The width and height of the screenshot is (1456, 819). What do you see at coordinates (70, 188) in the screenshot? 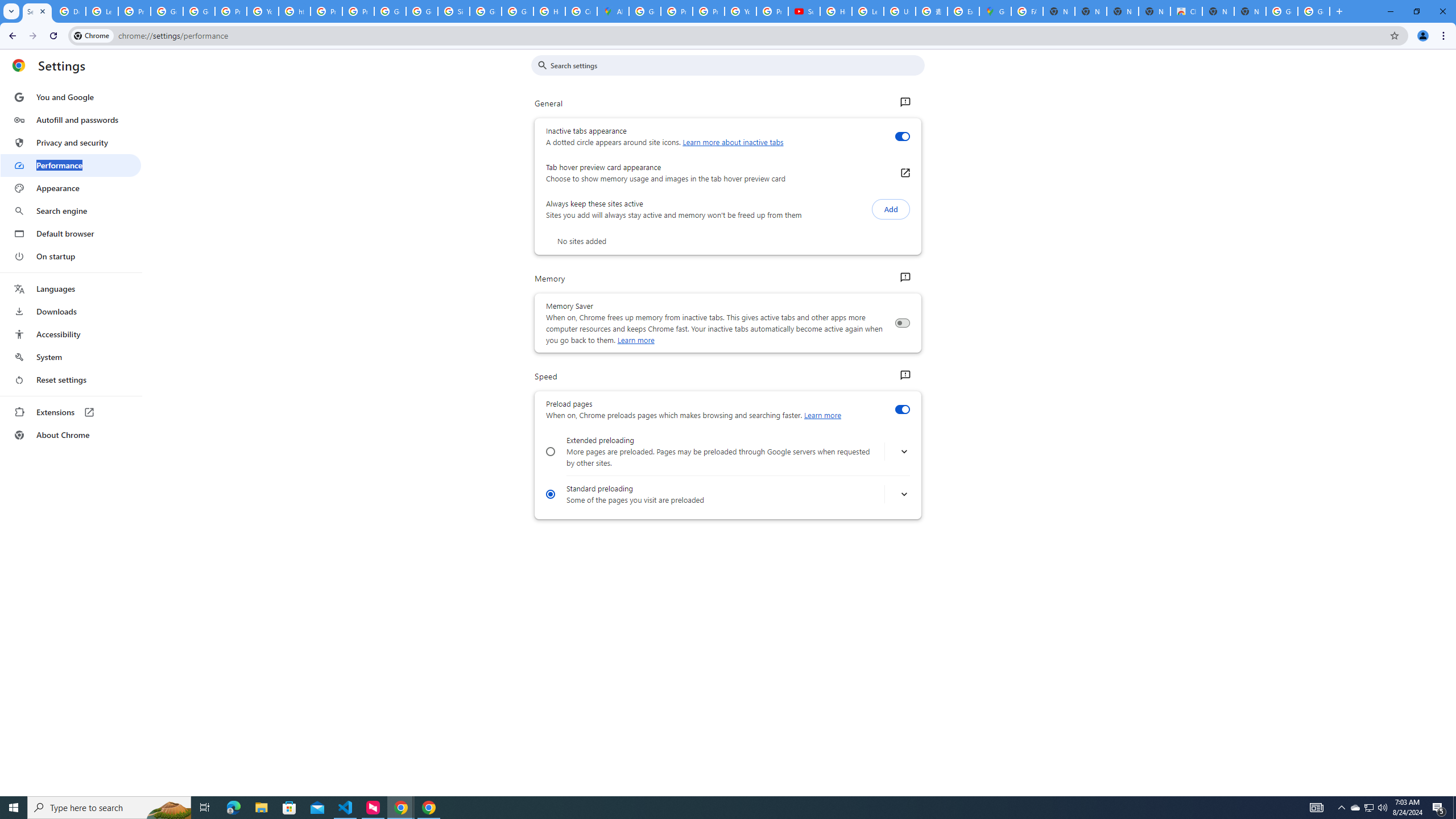
I see `'Appearance'` at bounding box center [70, 188].